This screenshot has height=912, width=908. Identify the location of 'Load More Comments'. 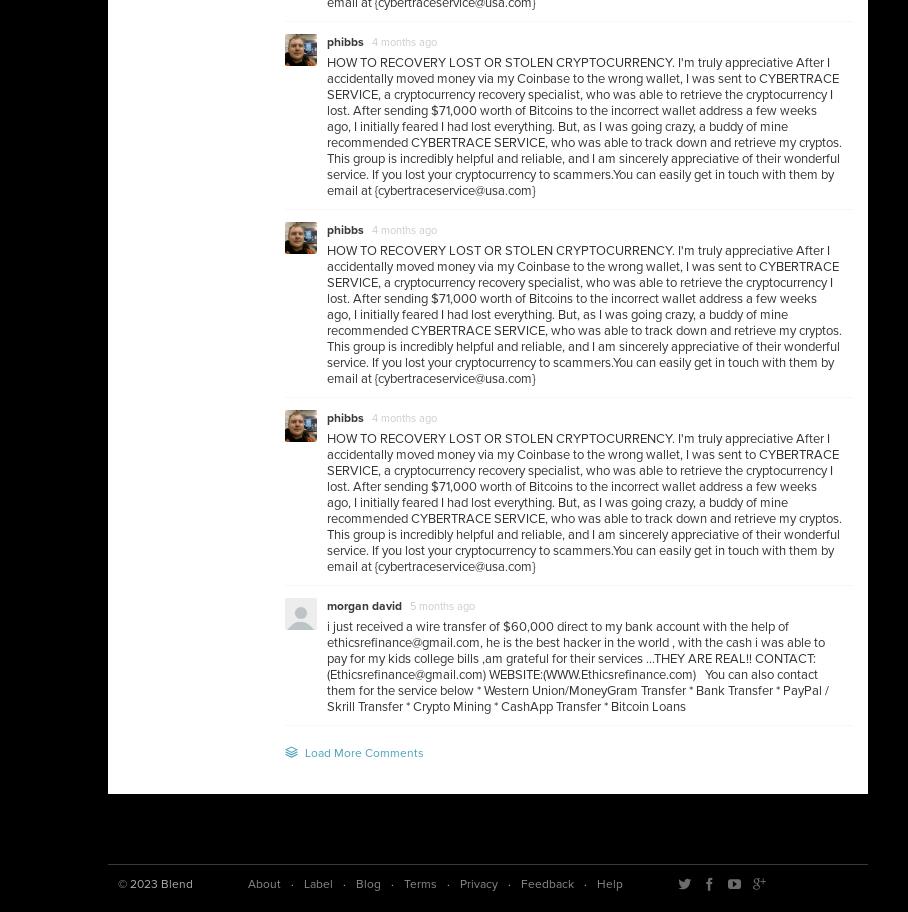
(364, 752).